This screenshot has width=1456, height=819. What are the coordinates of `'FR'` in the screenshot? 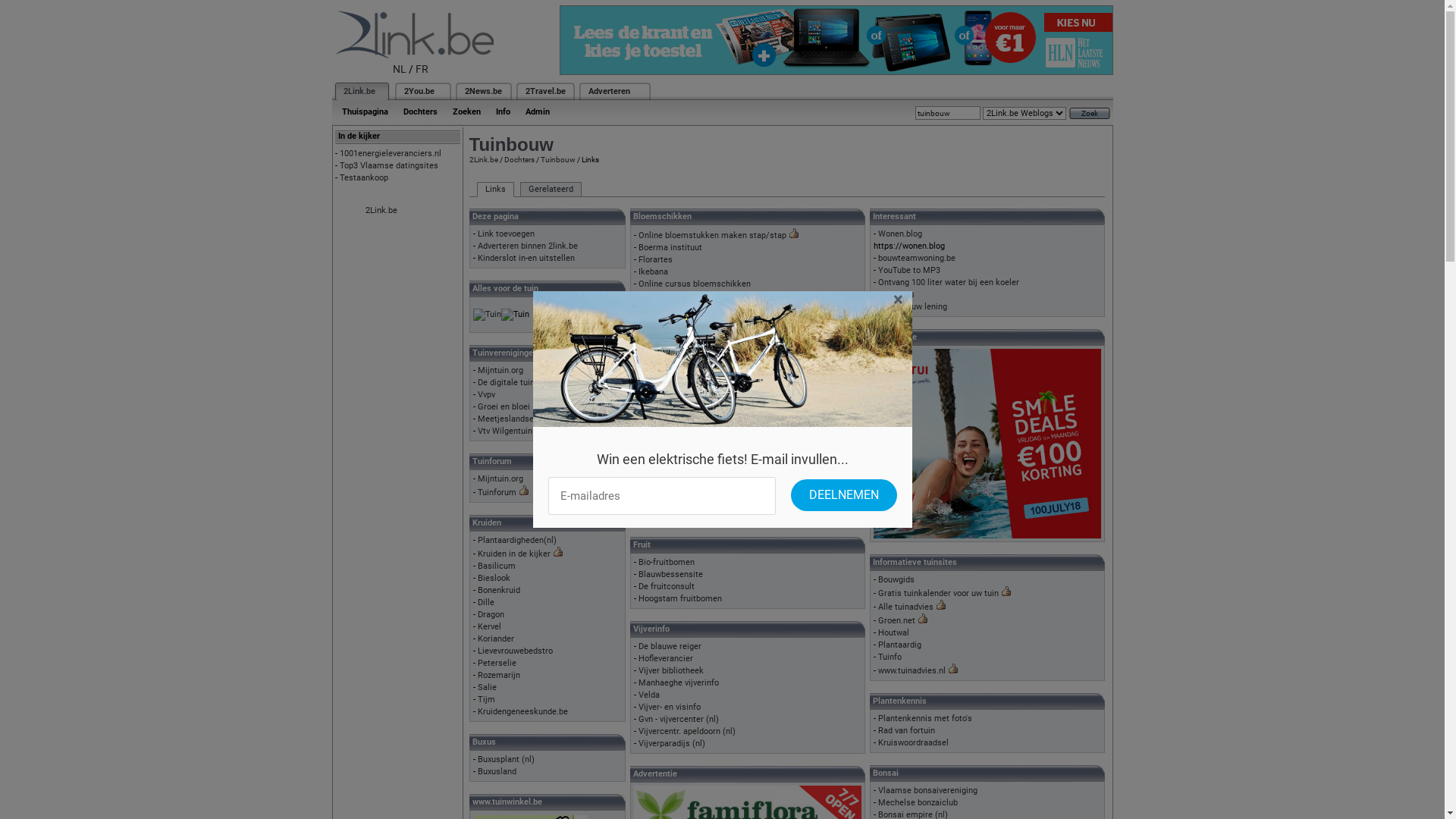 It's located at (422, 69).